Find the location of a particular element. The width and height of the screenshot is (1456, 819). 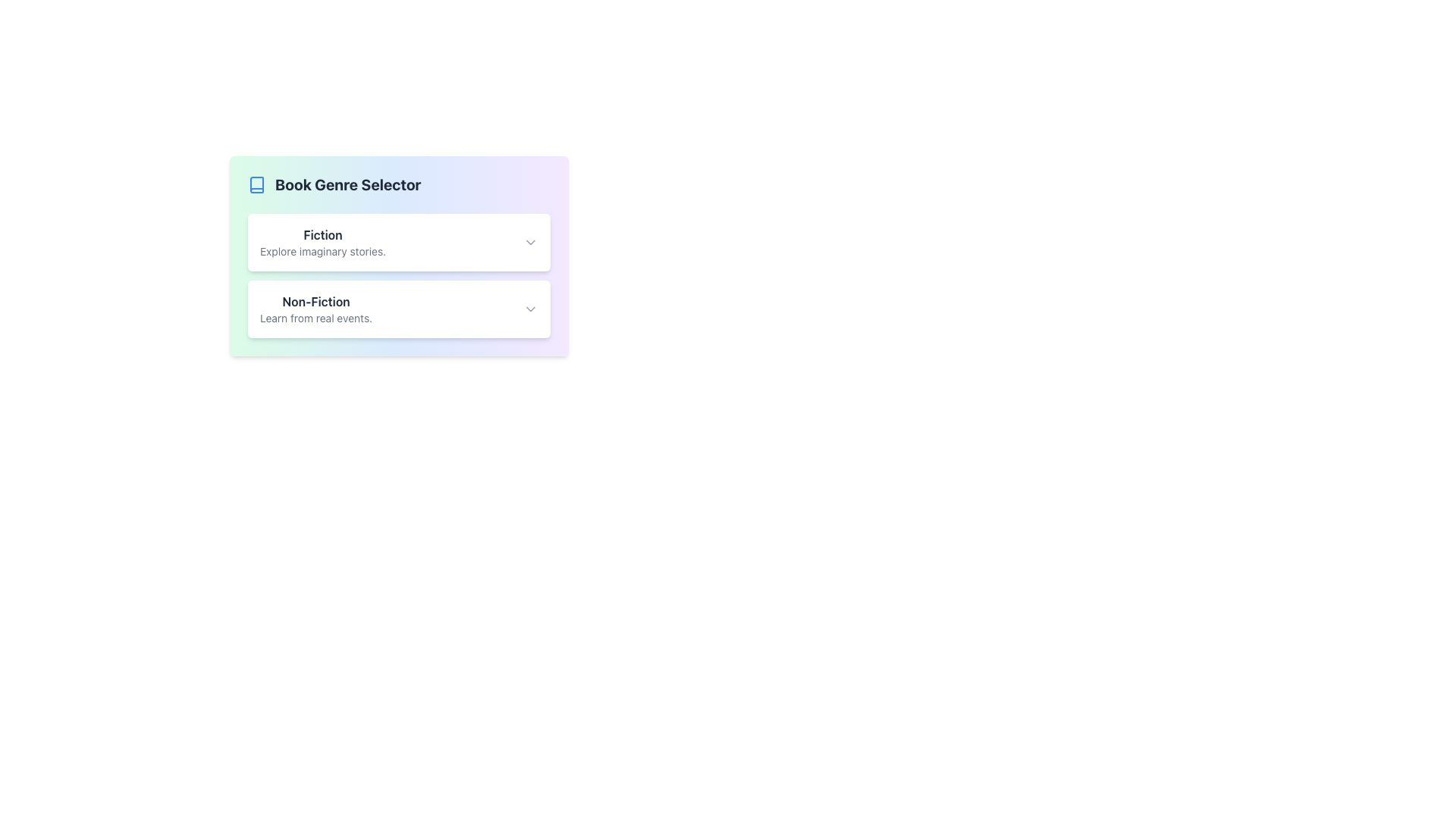

the decorative icon for the 'Book Genre Selector' section, which symbolizes books or reading material is located at coordinates (257, 184).